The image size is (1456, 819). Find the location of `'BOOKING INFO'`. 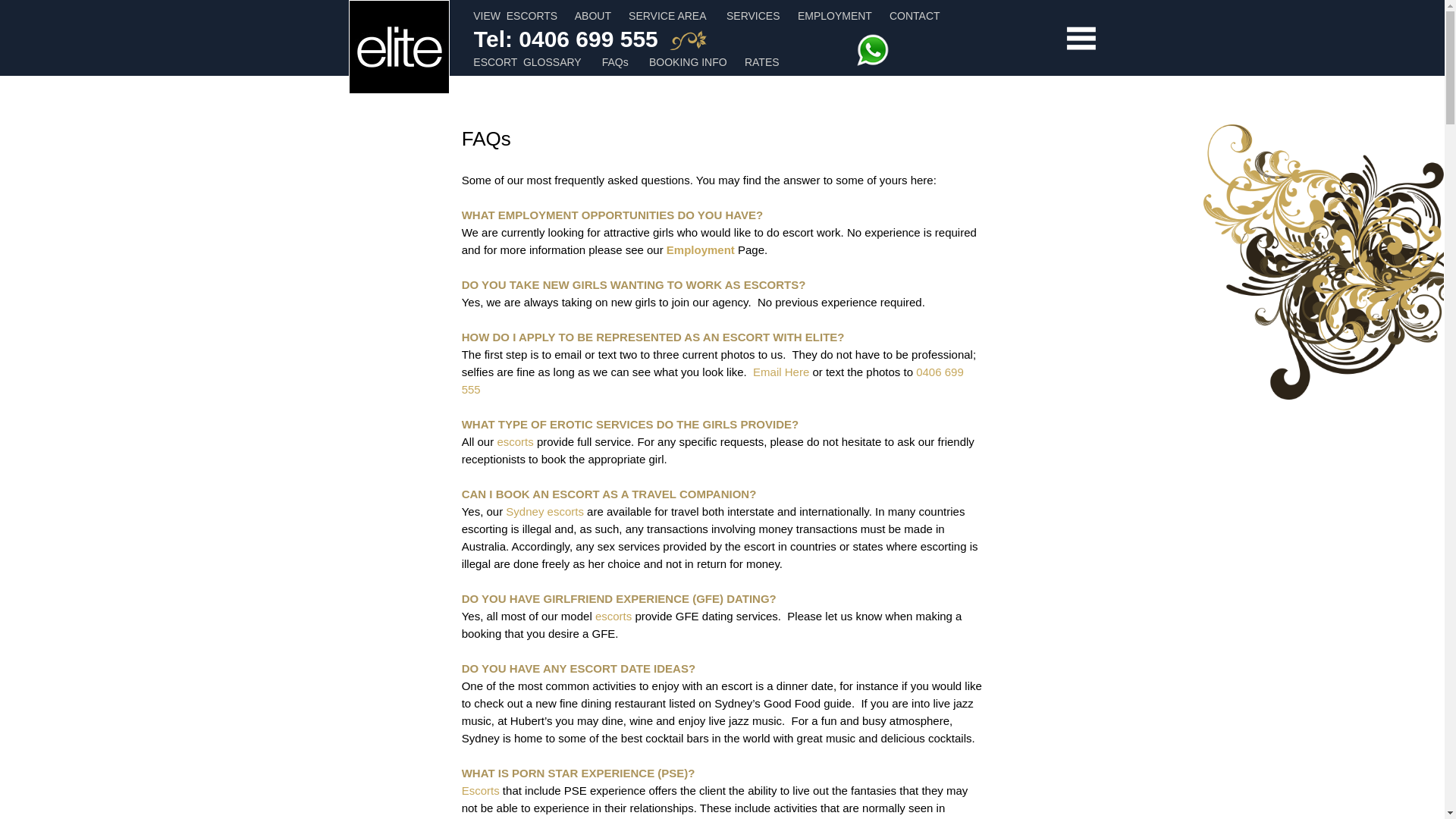

'BOOKING INFO' is located at coordinates (687, 61).